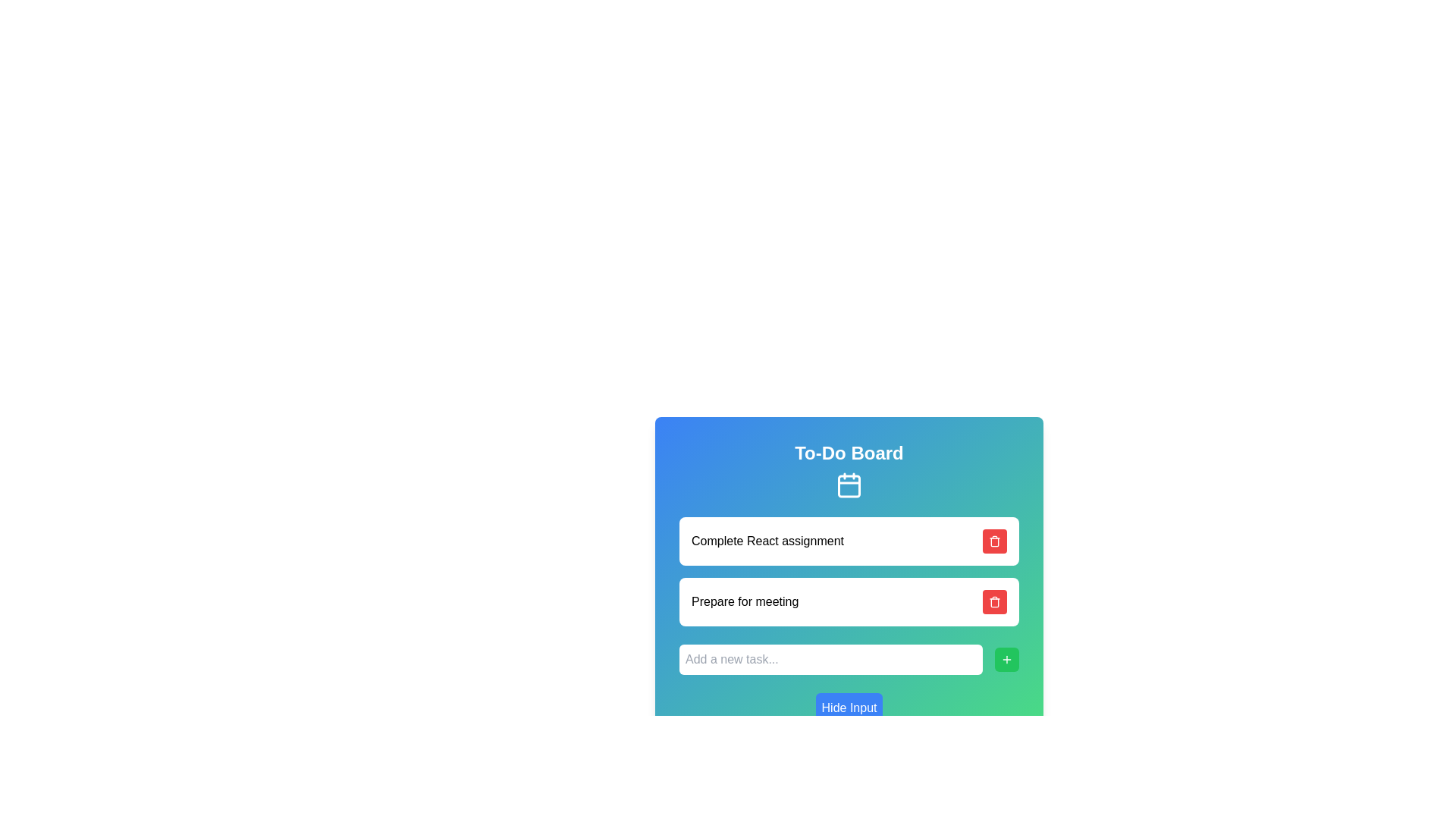 The width and height of the screenshot is (1456, 819). What do you see at coordinates (848, 485) in the screenshot?
I see `the graphical component (rectangle) that serves as a visual placeholder within the calendar icon, located at the center of the interface under the 'To-Do Board' title` at bounding box center [848, 485].